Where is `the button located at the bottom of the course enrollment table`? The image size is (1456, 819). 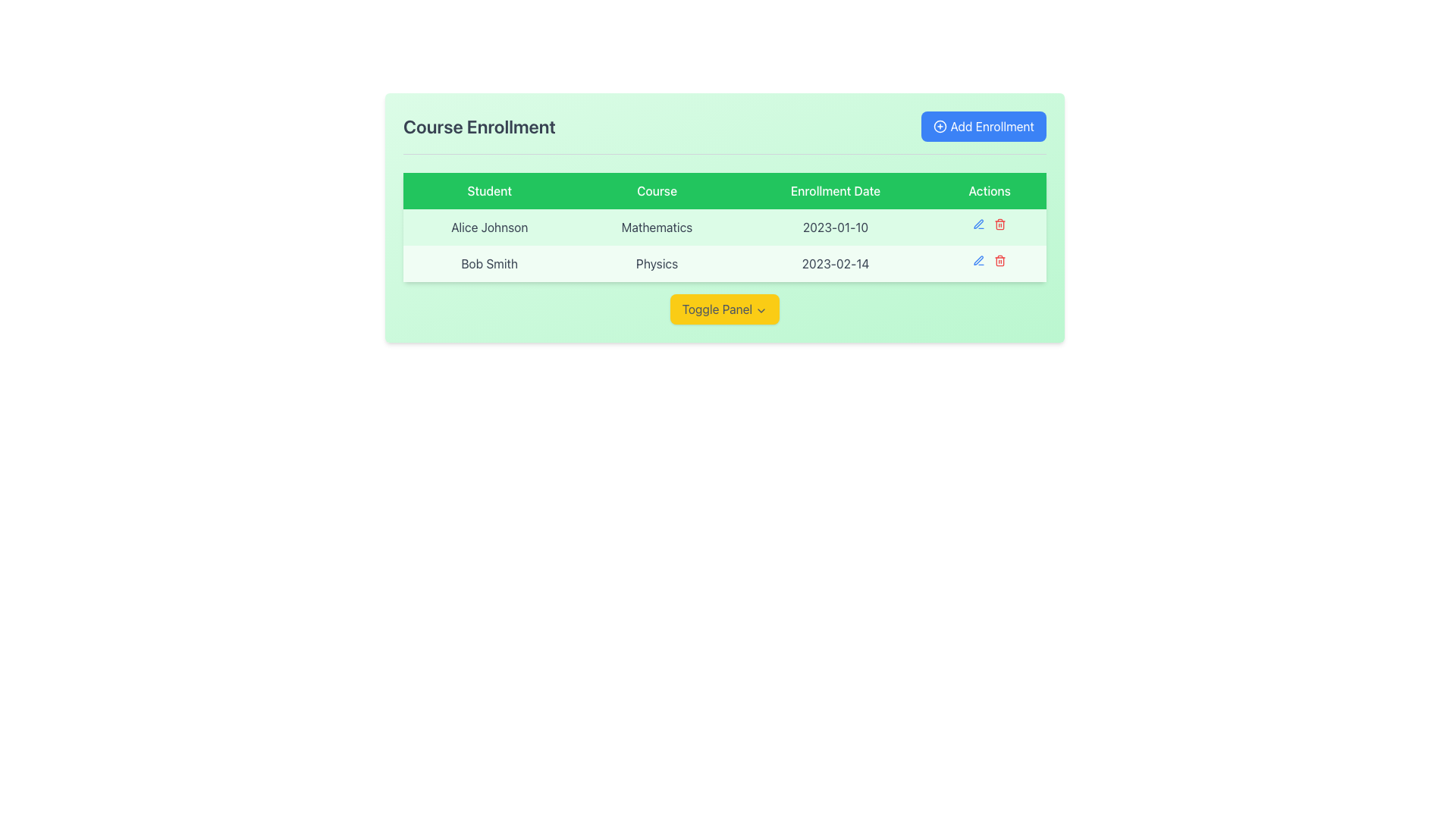
the button located at the bottom of the course enrollment table is located at coordinates (723, 309).